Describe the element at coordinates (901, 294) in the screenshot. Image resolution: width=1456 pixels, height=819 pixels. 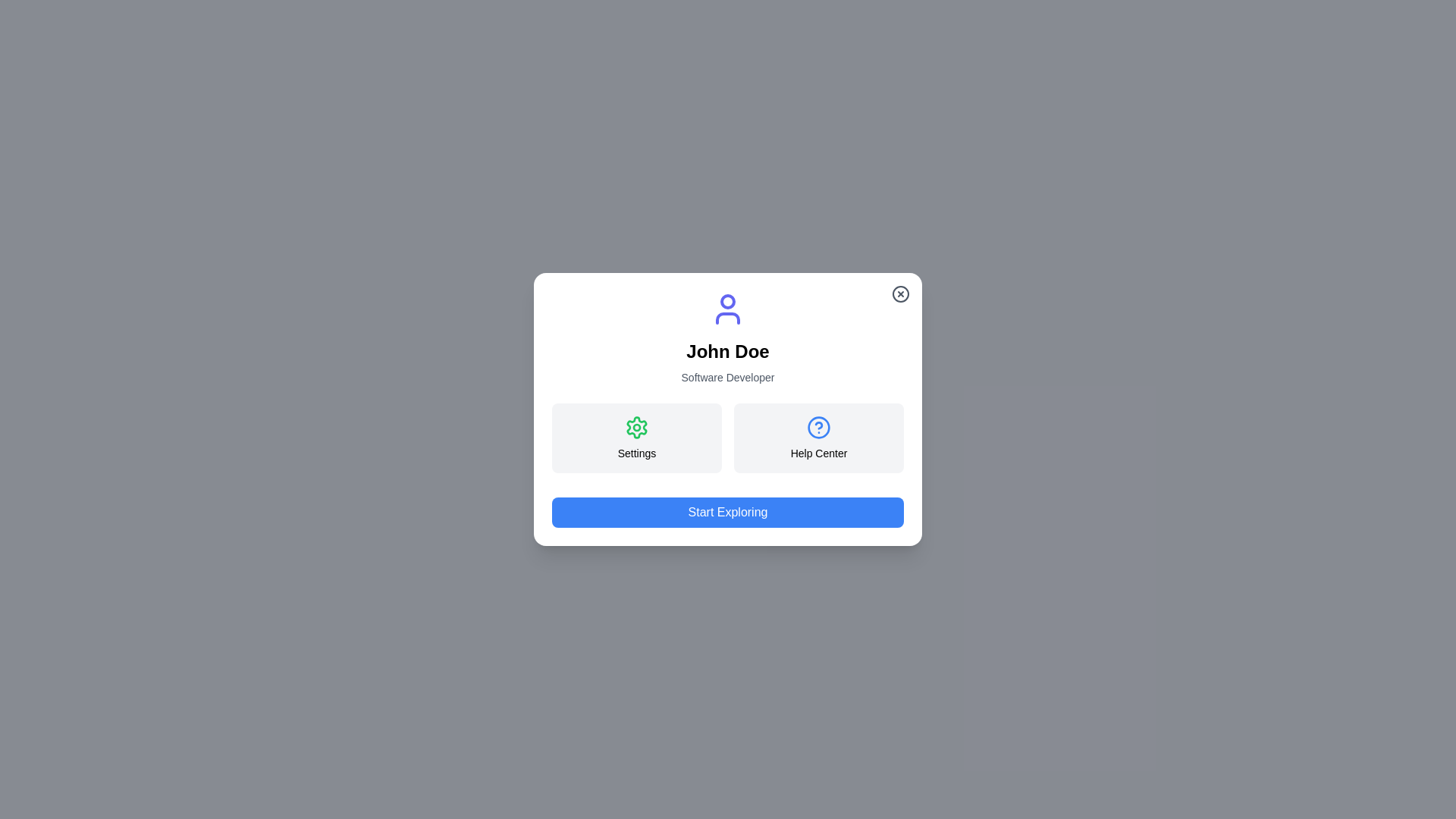
I see `the decorative SVG circle located at the top-right corner of the card interface, which represents the close functionality` at that location.